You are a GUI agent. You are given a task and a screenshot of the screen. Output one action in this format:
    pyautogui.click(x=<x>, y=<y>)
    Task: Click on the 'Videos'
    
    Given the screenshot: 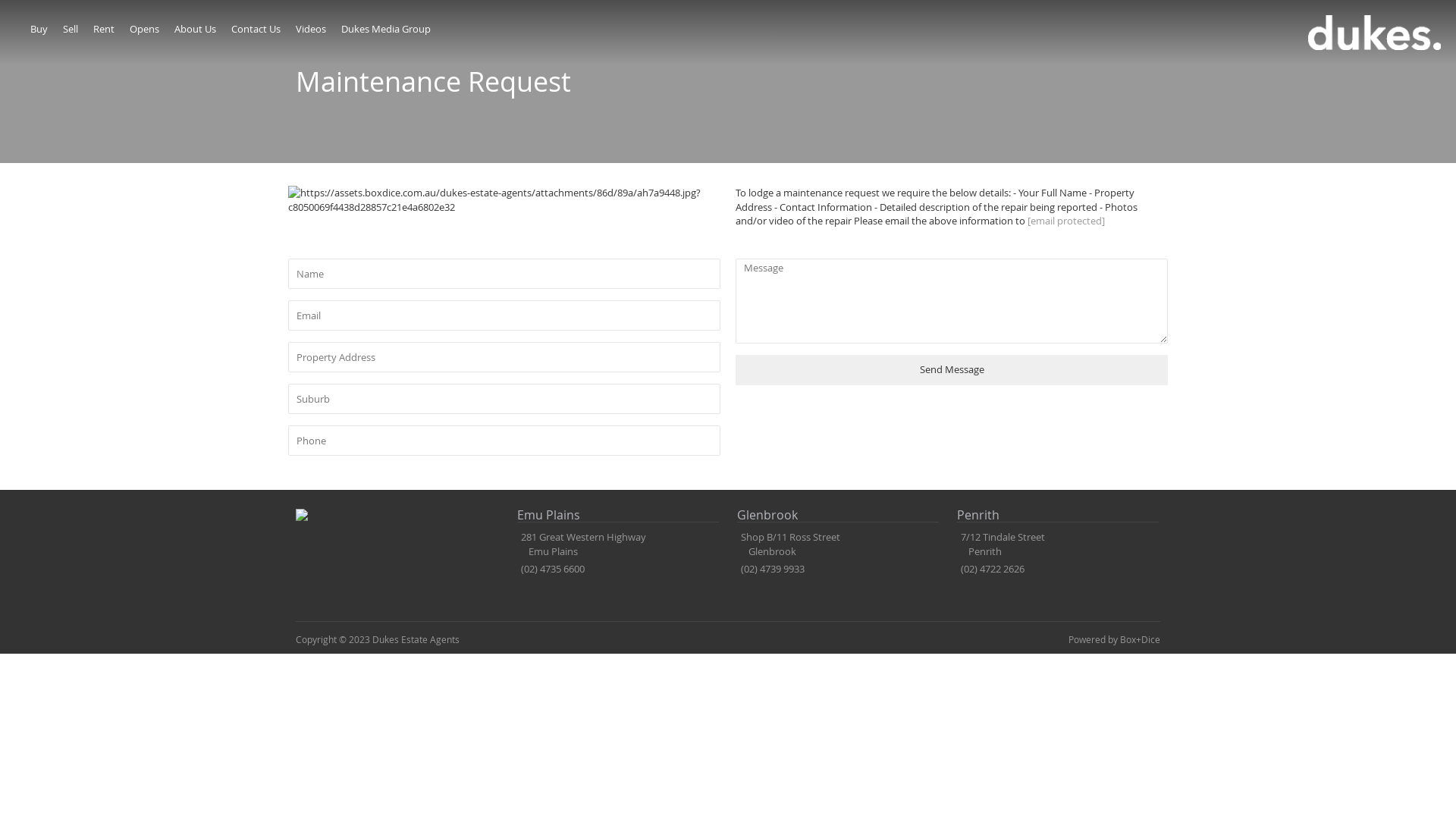 What is the action you would take?
    pyautogui.click(x=295, y=29)
    